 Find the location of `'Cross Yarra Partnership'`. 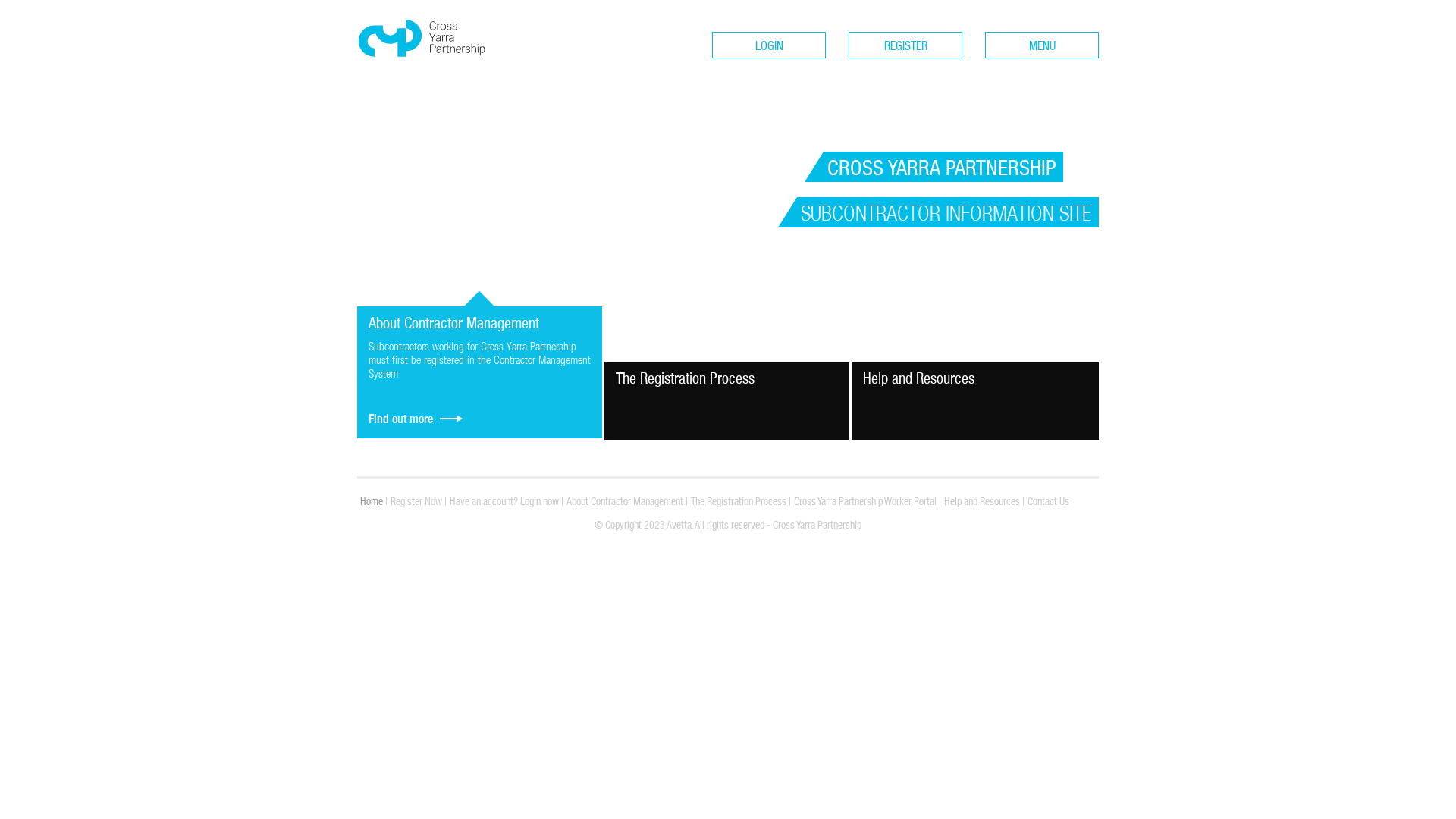

'Cross Yarra Partnership' is located at coordinates (356, 65).